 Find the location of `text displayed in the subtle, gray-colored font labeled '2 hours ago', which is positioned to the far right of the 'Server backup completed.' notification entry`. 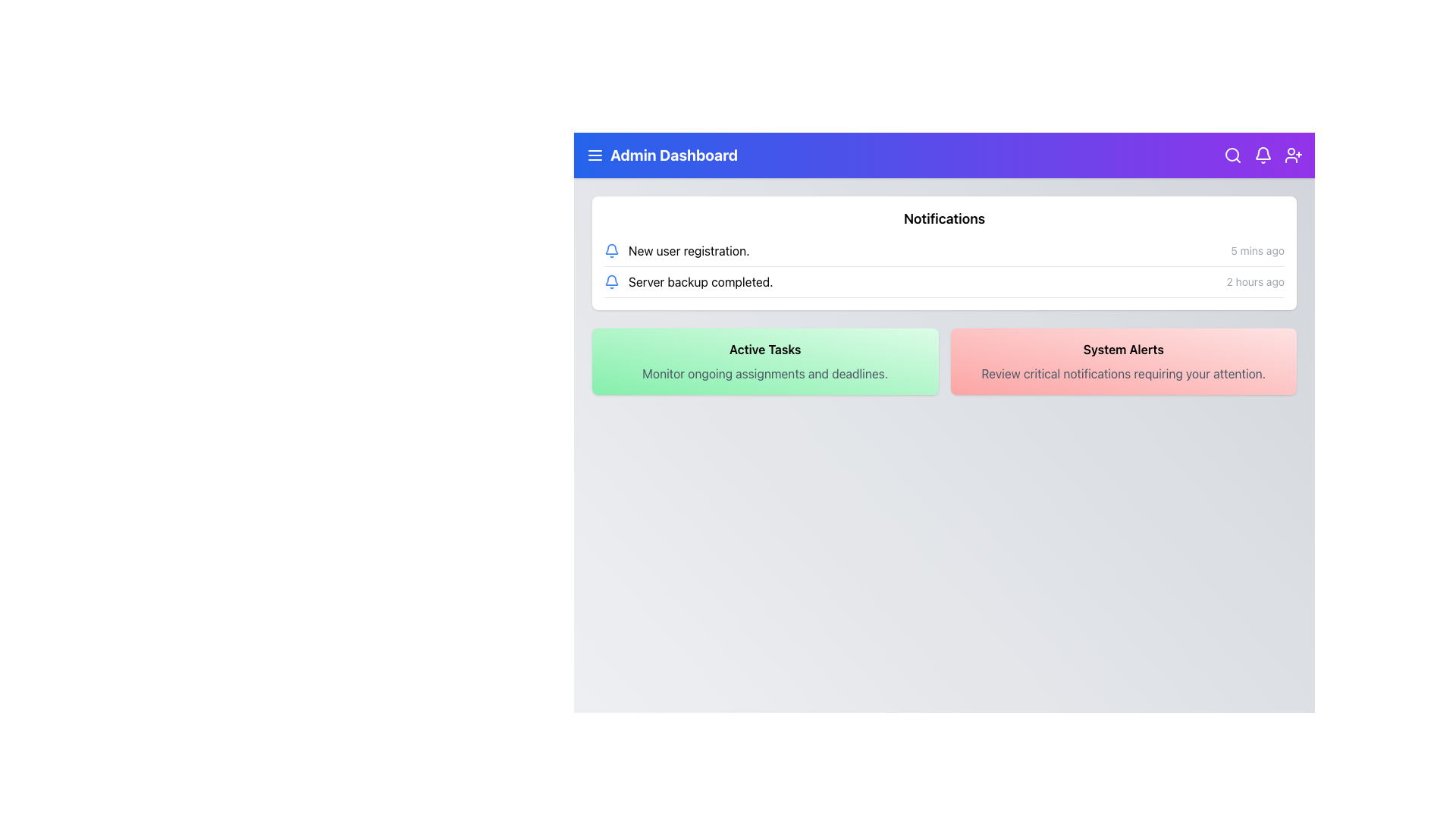

text displayed in the subtle, gray-colored font labeled '2 hours ago', which is positioned to the far right of the 'Server backup completed.' notification entry is located at coordinates (1255, 281).